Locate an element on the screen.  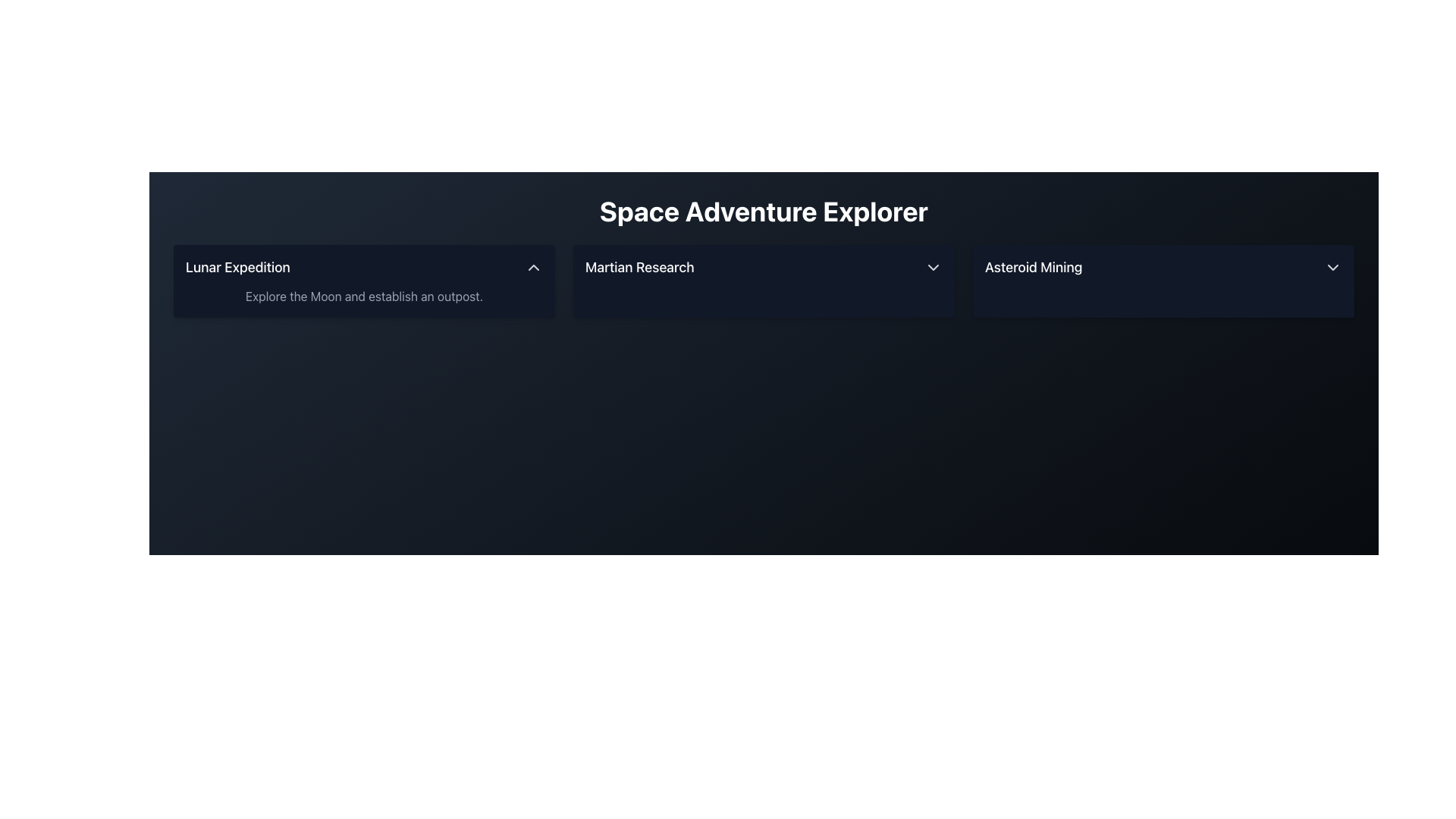
the 'Asteroid Mining' text label is located at coordinates (1033, 267).